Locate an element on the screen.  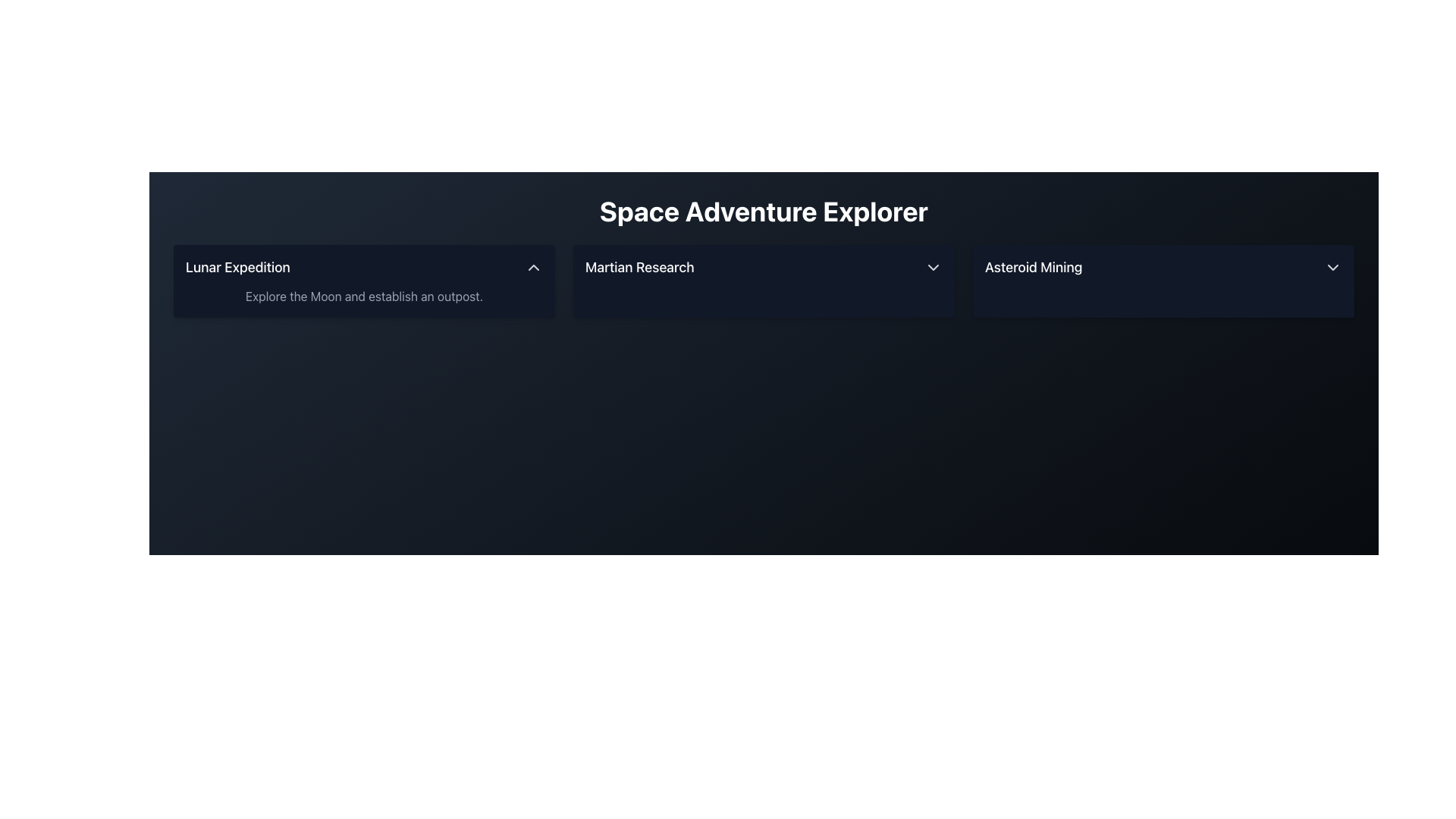
the 'Asteroid Mining' text label is located at coordinates (1033, 267).